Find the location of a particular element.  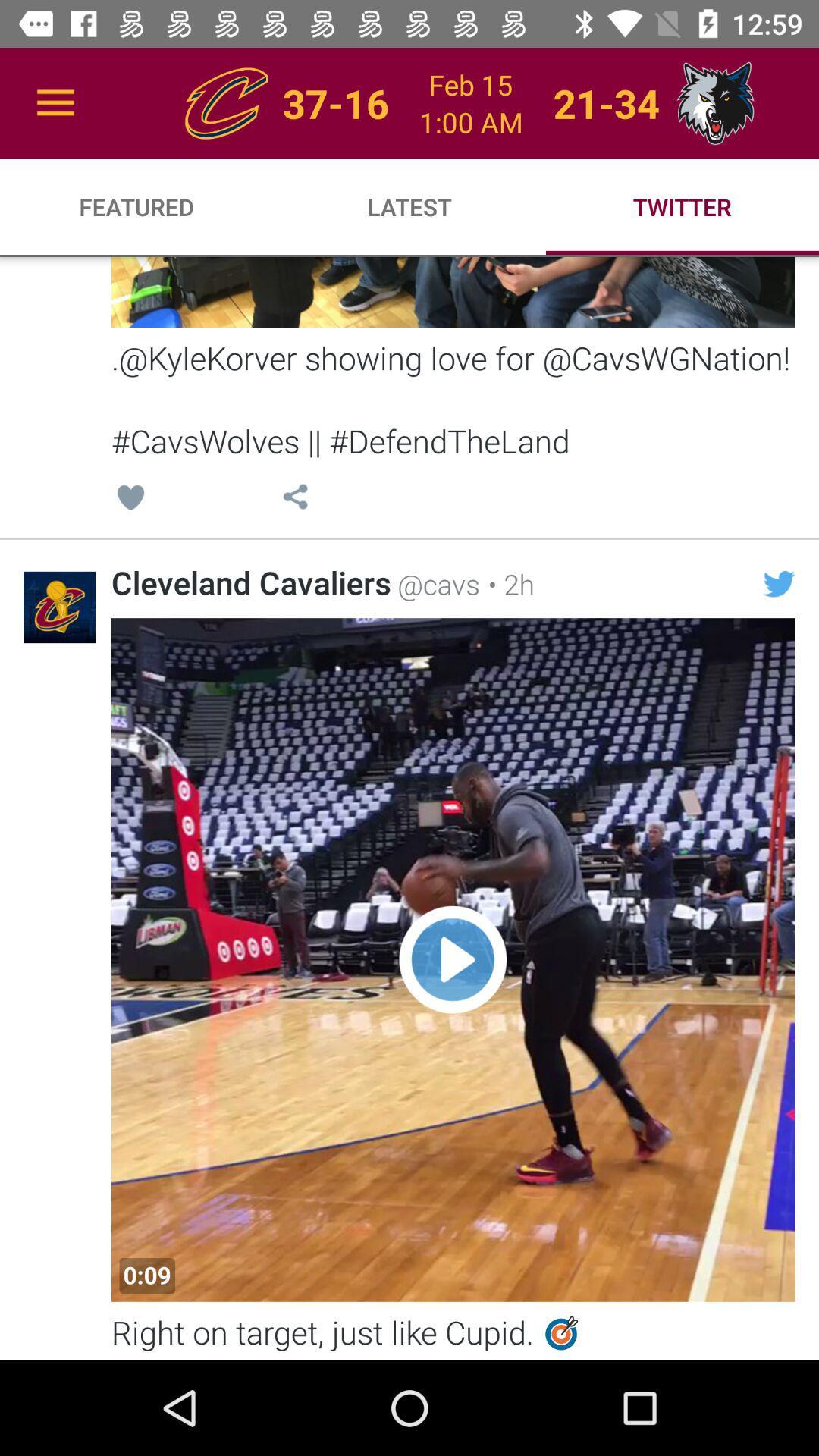

the cleveland cavaliers icon is located at coordinates (250, 582).